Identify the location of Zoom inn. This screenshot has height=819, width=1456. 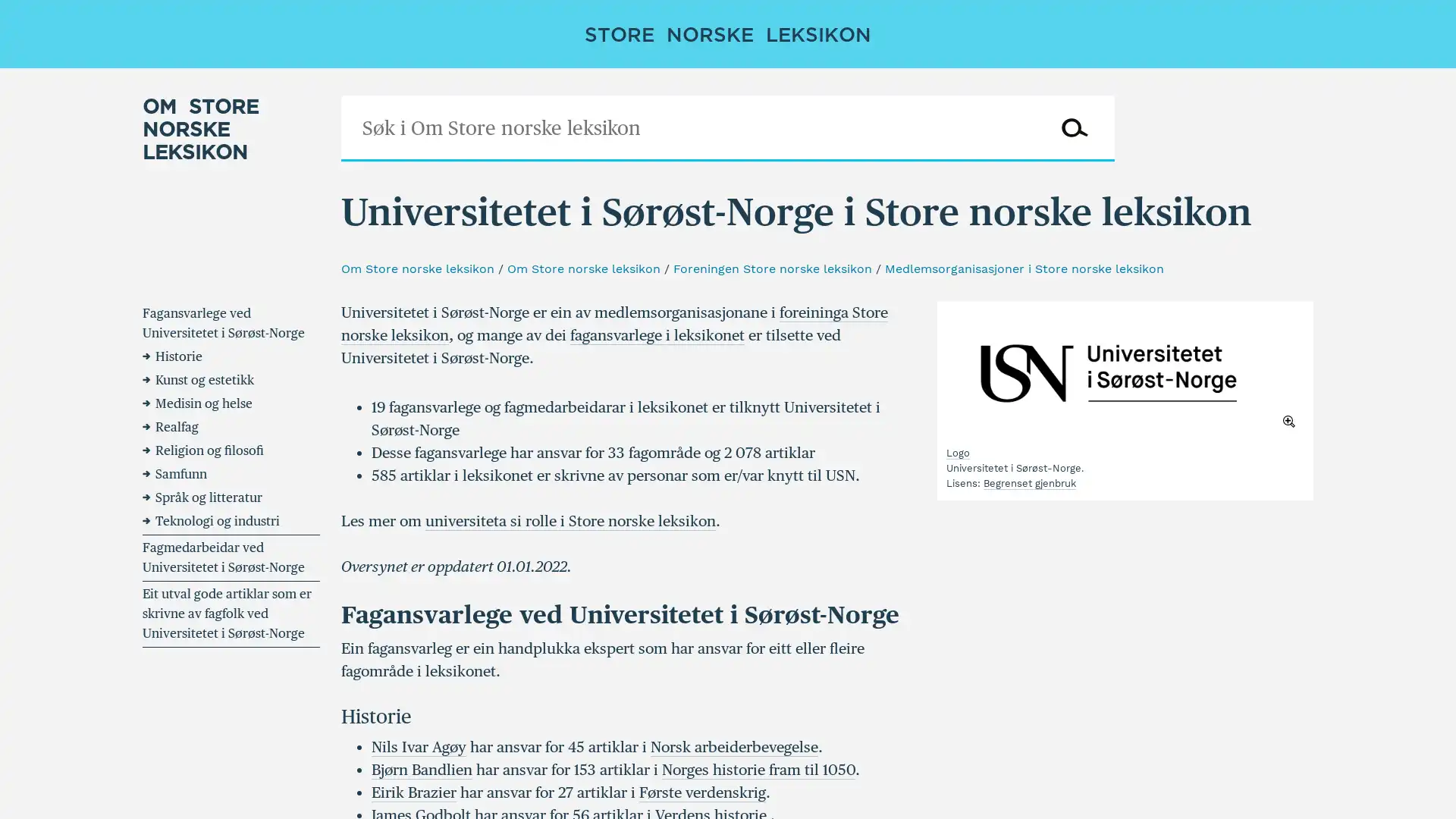
(1125, 373).